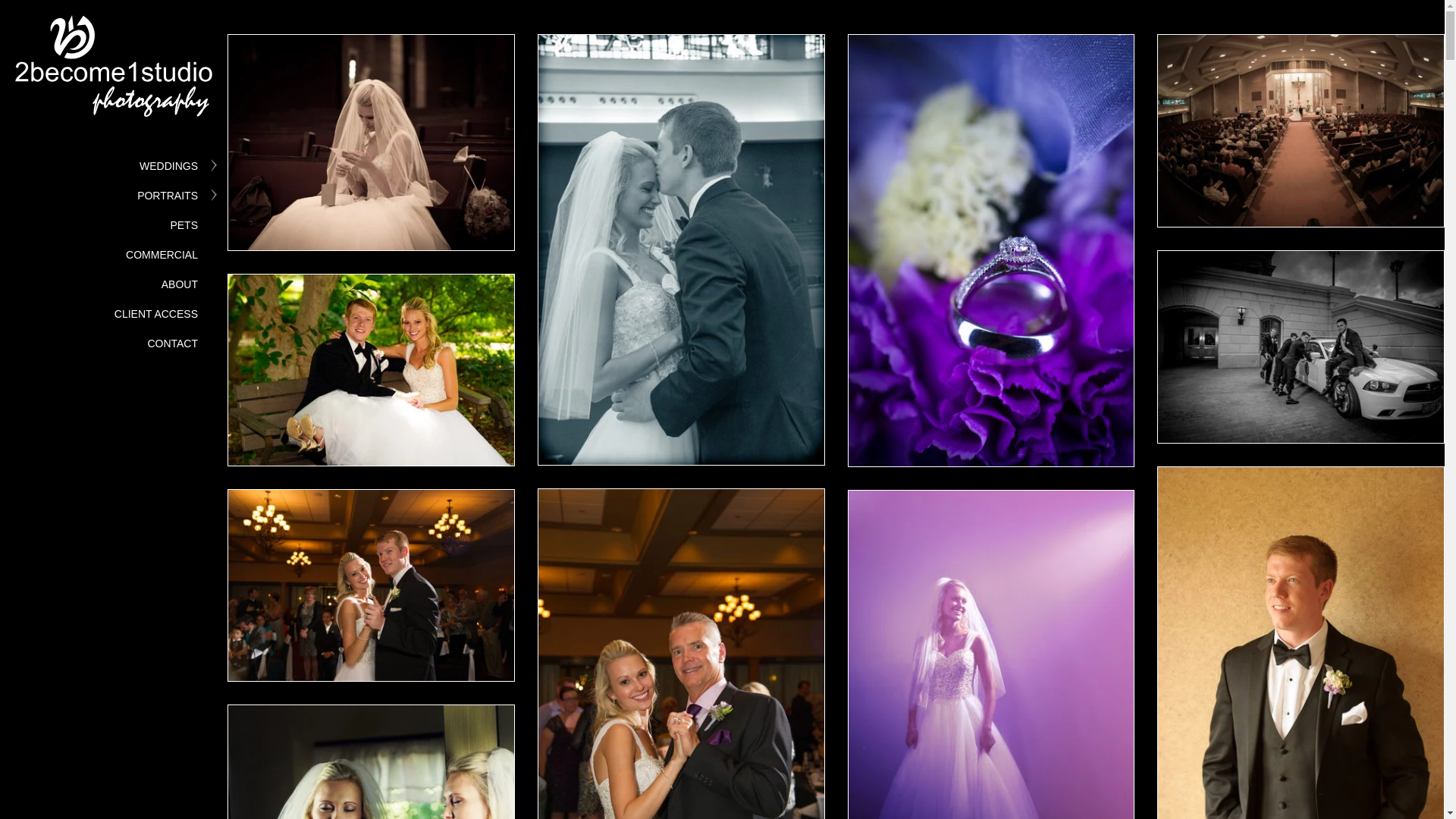 The width and height of the screenshot is (1456, 819). I want to click on 'COMMERCIAL', so click(162, 253).